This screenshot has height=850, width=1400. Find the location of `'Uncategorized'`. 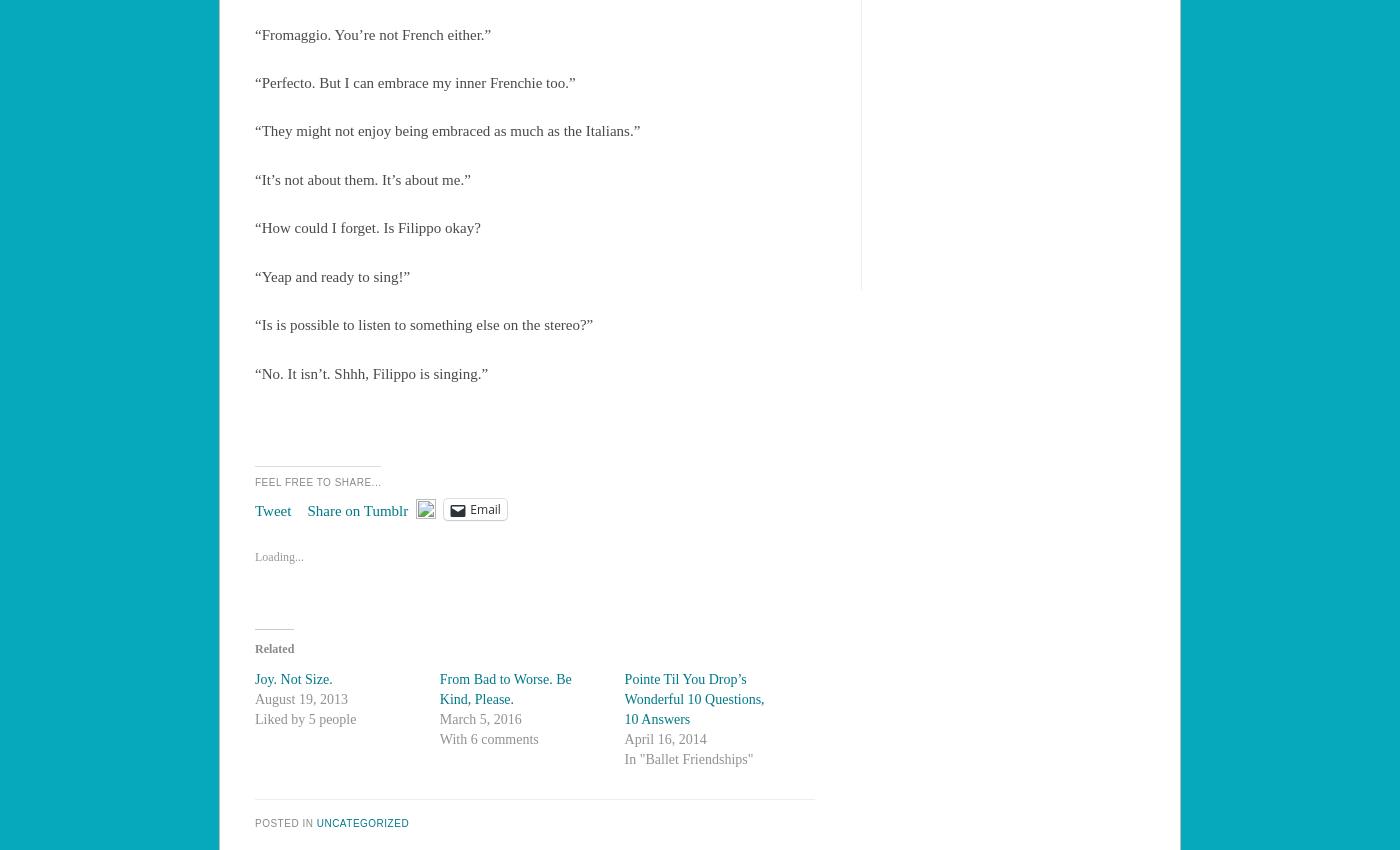

'Uncategorized' is located at coordinates (362, 822).